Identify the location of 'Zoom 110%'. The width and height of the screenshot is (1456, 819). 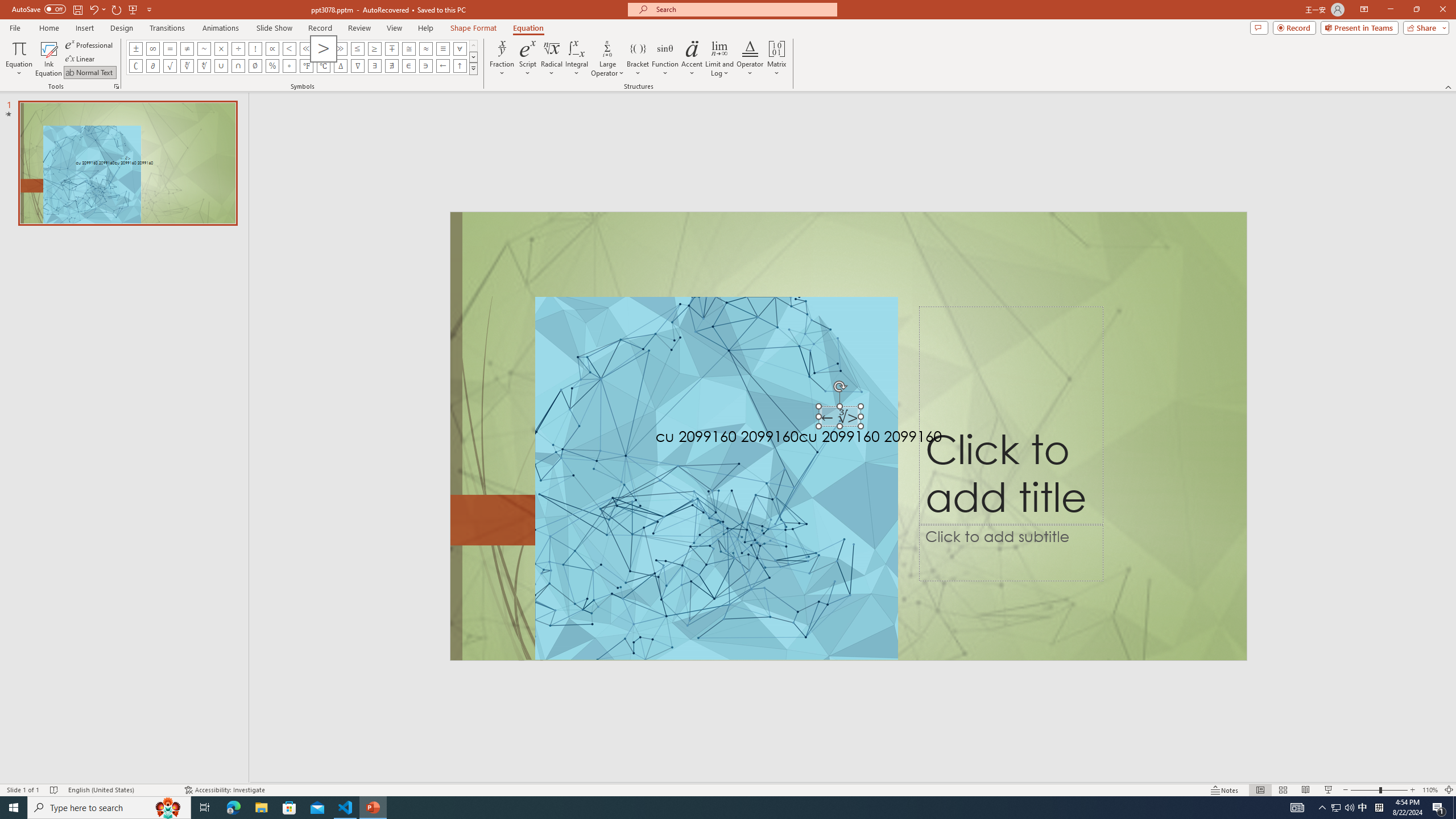
(1430, 790).